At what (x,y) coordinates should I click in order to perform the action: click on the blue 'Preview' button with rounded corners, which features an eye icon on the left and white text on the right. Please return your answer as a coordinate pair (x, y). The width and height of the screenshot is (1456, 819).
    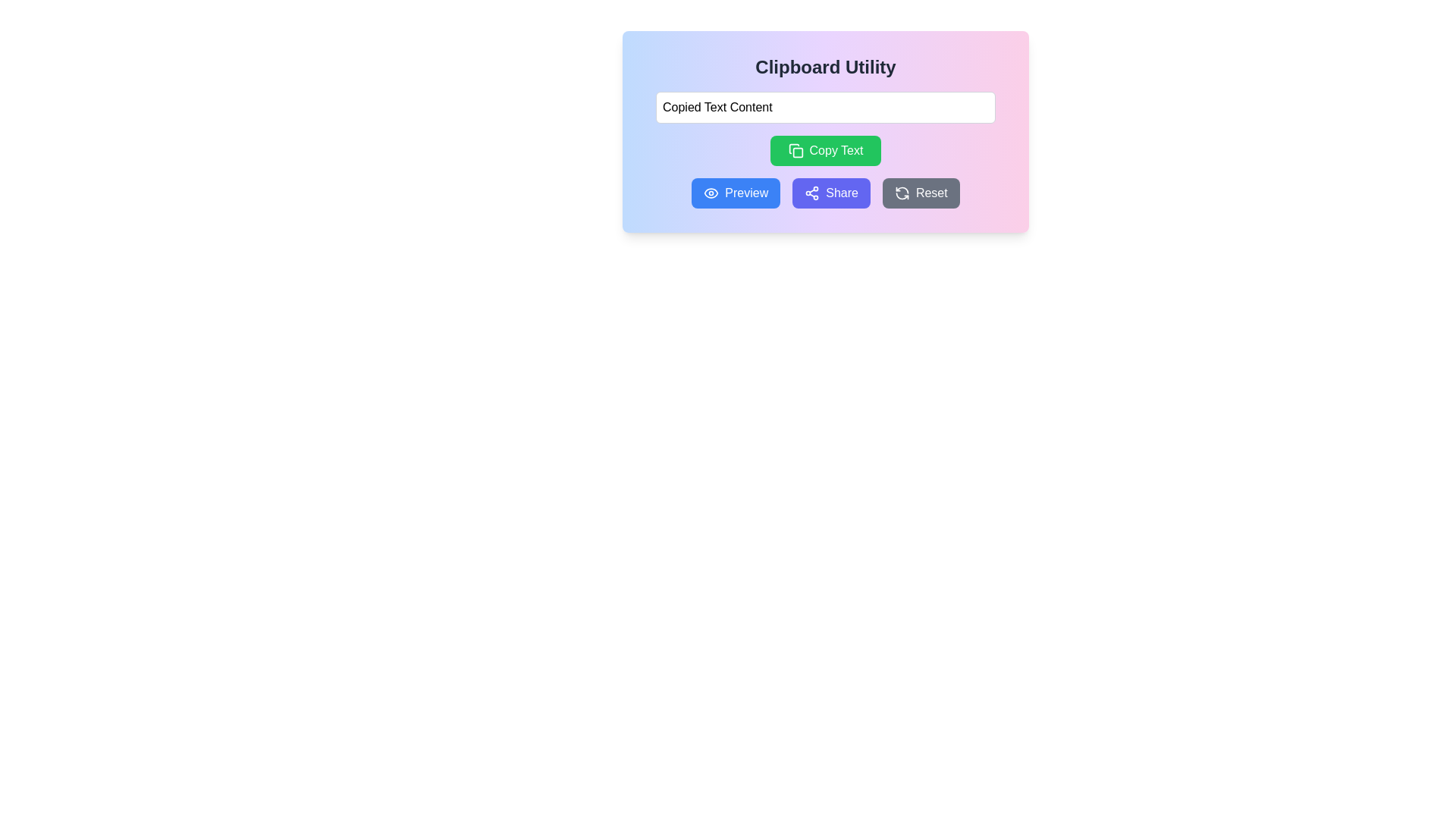
    Looking at the image, I should click on (736, 192).